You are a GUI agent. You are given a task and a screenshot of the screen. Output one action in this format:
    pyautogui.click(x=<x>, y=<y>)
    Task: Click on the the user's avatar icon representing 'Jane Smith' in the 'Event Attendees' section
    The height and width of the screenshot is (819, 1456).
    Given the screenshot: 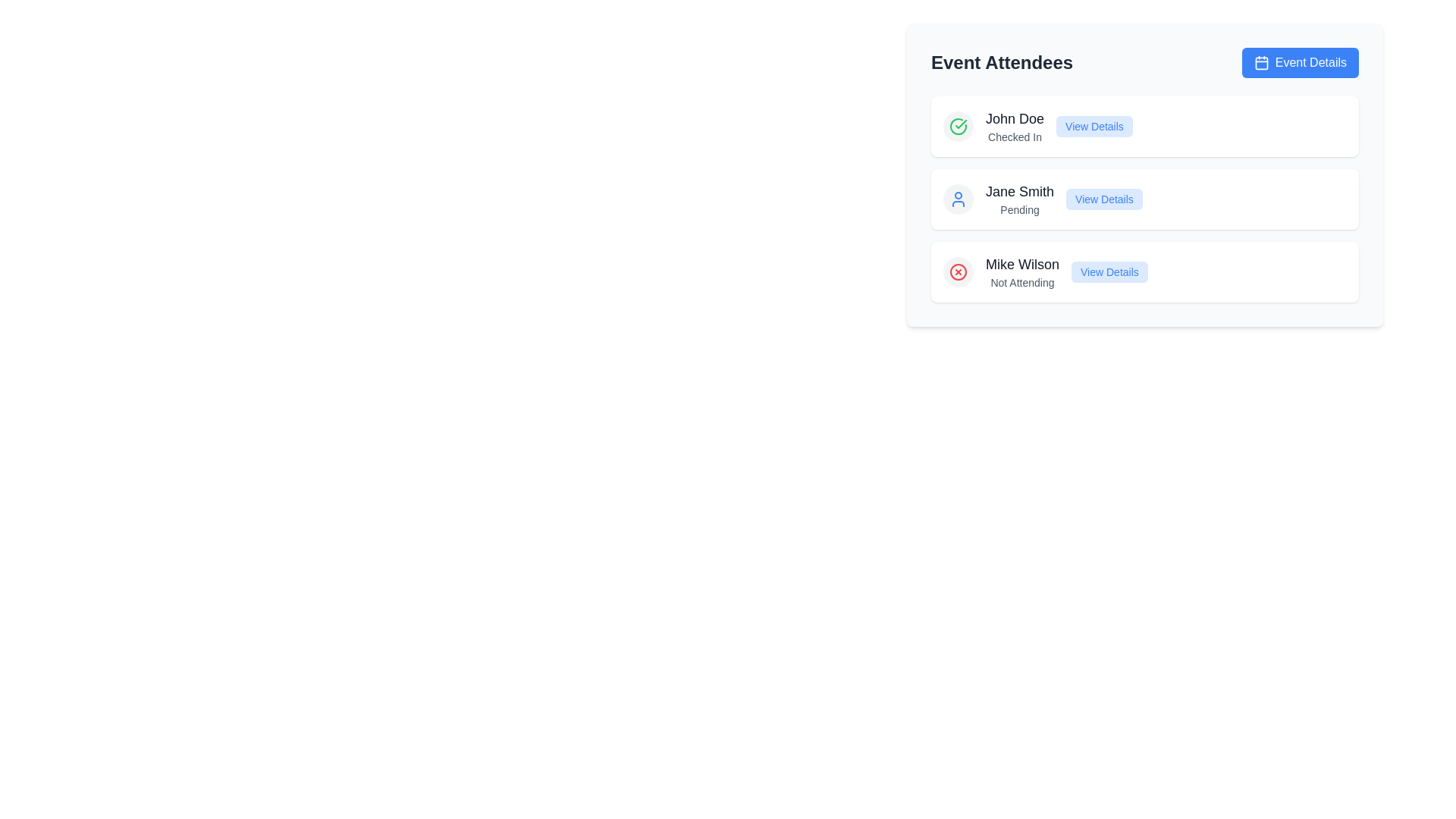 What is the action you would take?
    pyautogui.click(x=957, y=198)
    